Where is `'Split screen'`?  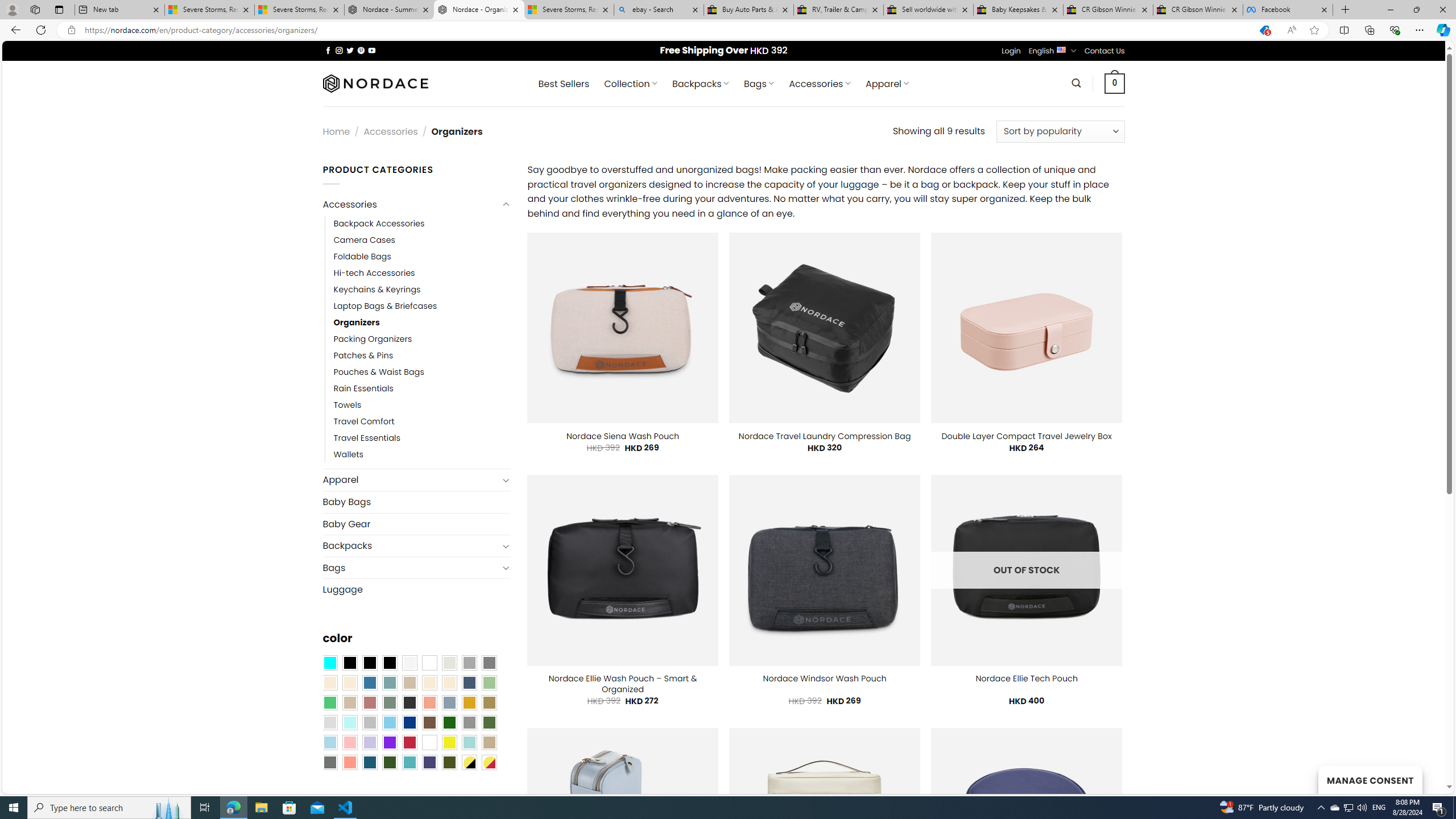 'Split screen' is located at coordinates (1345, 29).